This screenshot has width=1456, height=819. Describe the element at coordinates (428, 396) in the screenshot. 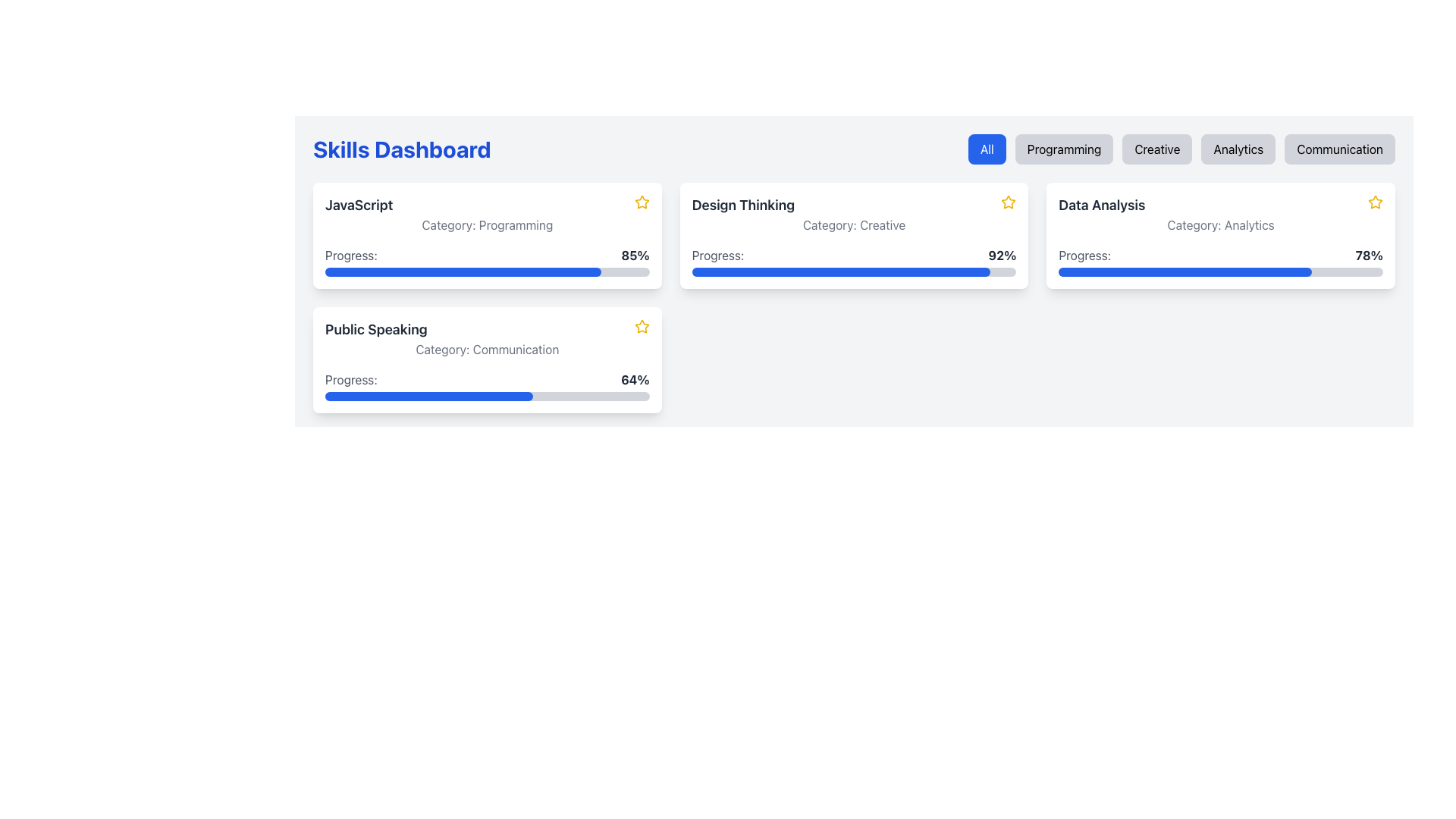

I see `the filled portion of the blue progress bar representing 64% progress in the 'Public Speaking' skill card, located below the 'Progress:' label` at that location.